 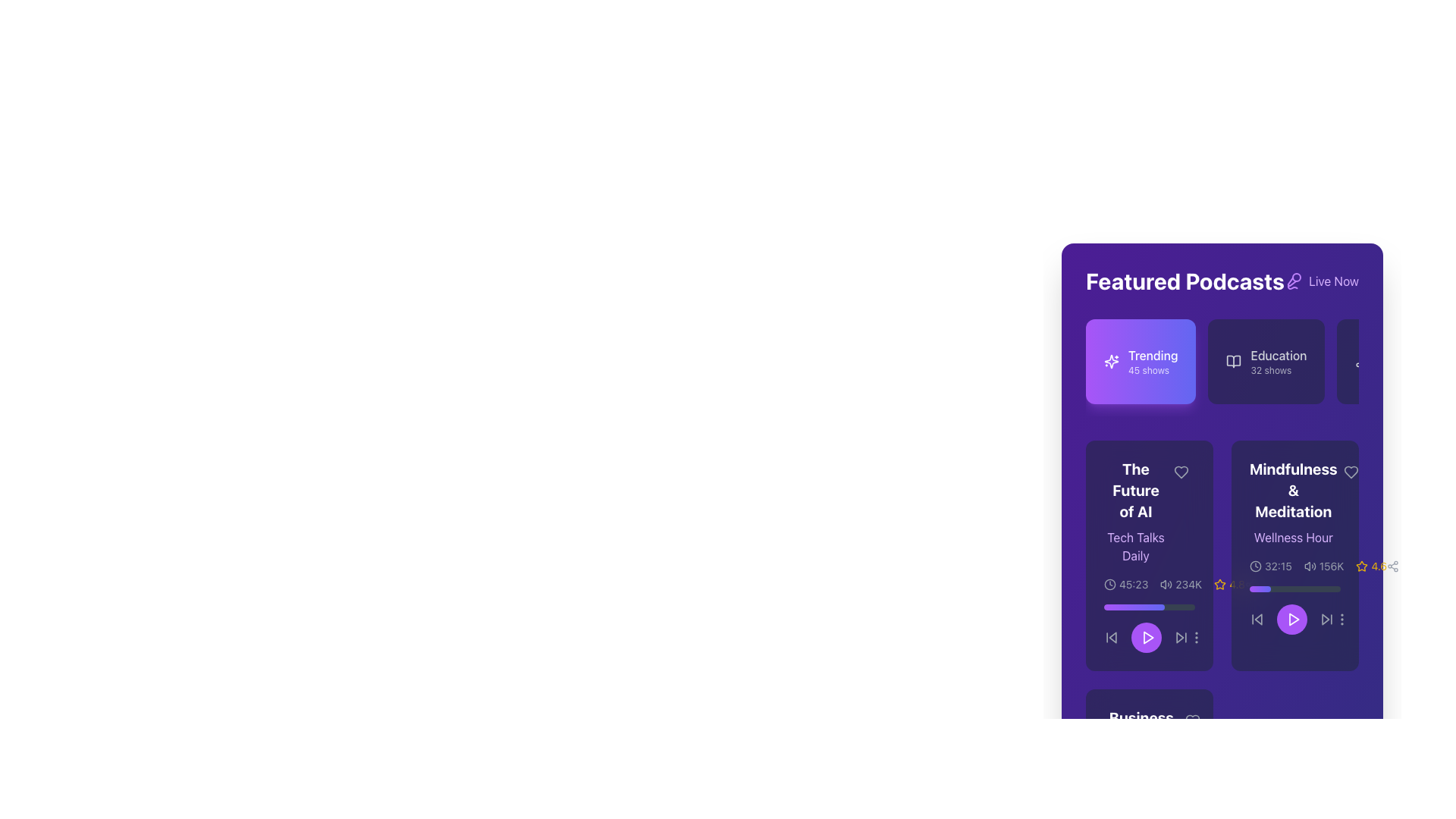 What do you see at coordinates (1266, 362) in the screenshot?
I see `the 'Education' button, which features a dark gray background, an open book icon, and the text 'Education' in bold with a subtitle '32 shows' below it` at bounding box center [1266, 362].